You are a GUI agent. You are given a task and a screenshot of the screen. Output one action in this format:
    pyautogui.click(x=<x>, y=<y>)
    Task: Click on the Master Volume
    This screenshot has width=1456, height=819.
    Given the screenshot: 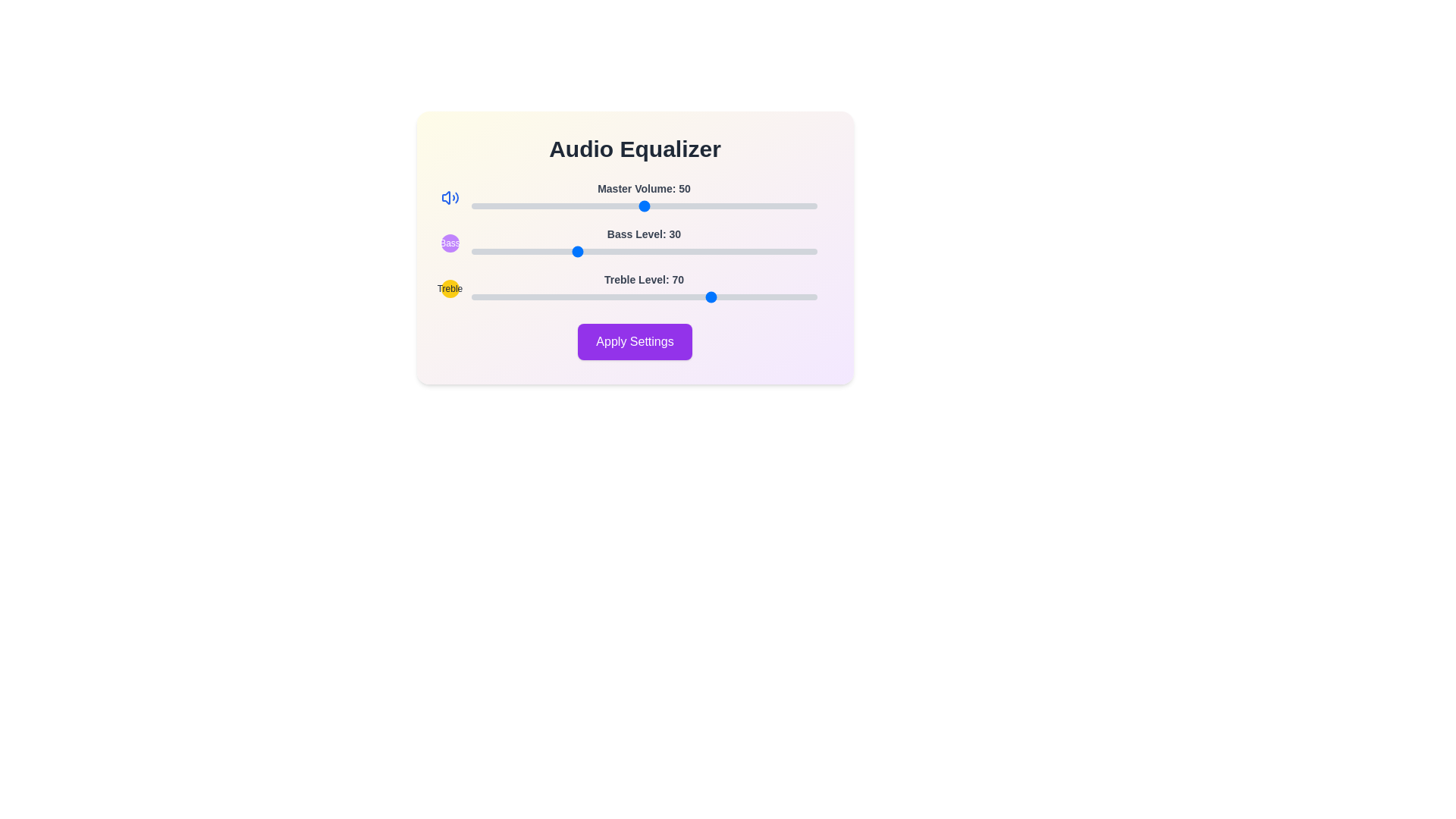 What is the action you would take?
    pyautogui.click(x=716, y=206)
    